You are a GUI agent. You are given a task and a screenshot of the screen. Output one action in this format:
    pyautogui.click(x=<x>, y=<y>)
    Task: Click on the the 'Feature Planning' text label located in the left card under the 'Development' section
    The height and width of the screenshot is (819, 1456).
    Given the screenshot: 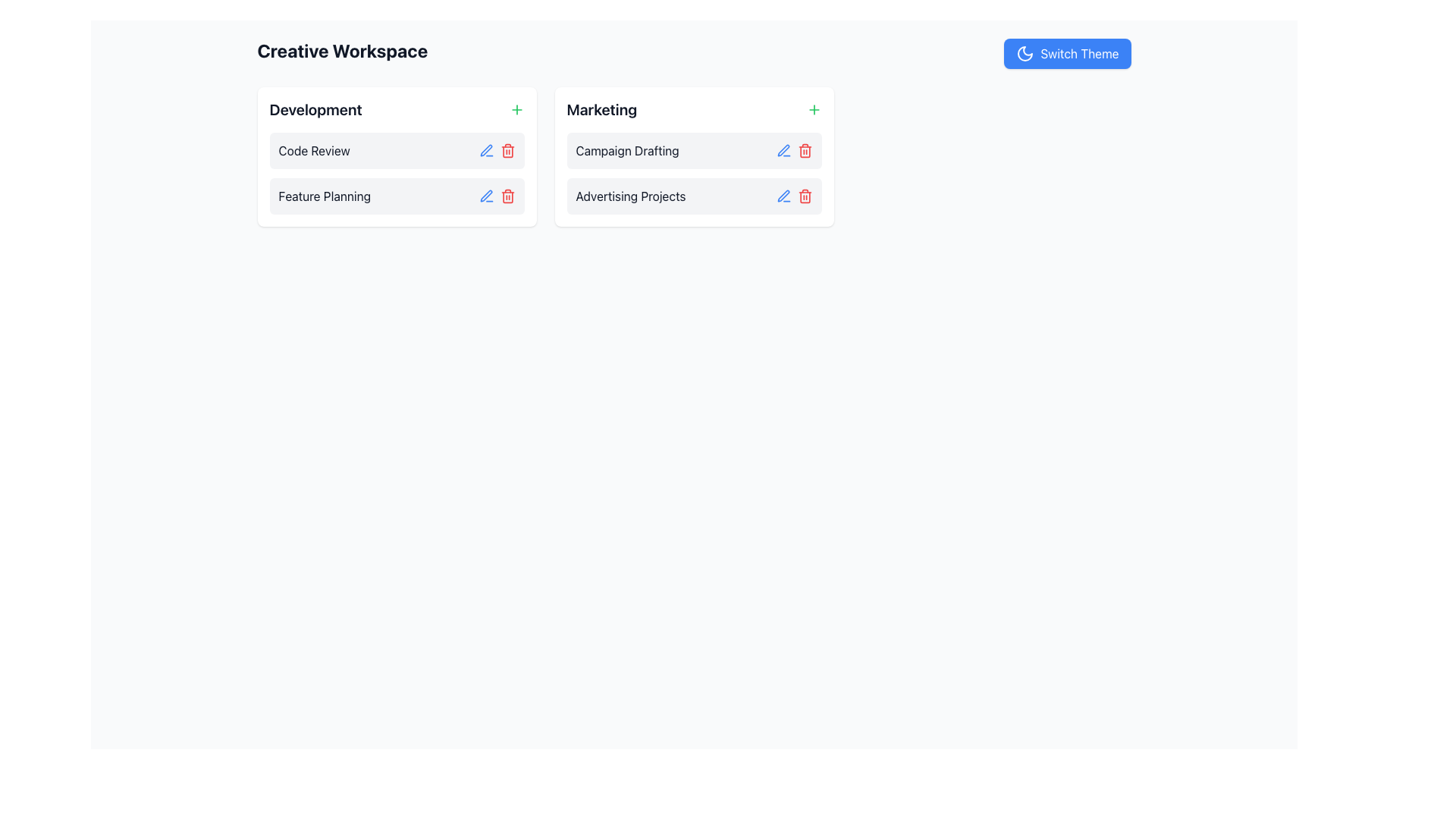 What is the action you would take?
    pyautogui.click(x=324, y=195)
    